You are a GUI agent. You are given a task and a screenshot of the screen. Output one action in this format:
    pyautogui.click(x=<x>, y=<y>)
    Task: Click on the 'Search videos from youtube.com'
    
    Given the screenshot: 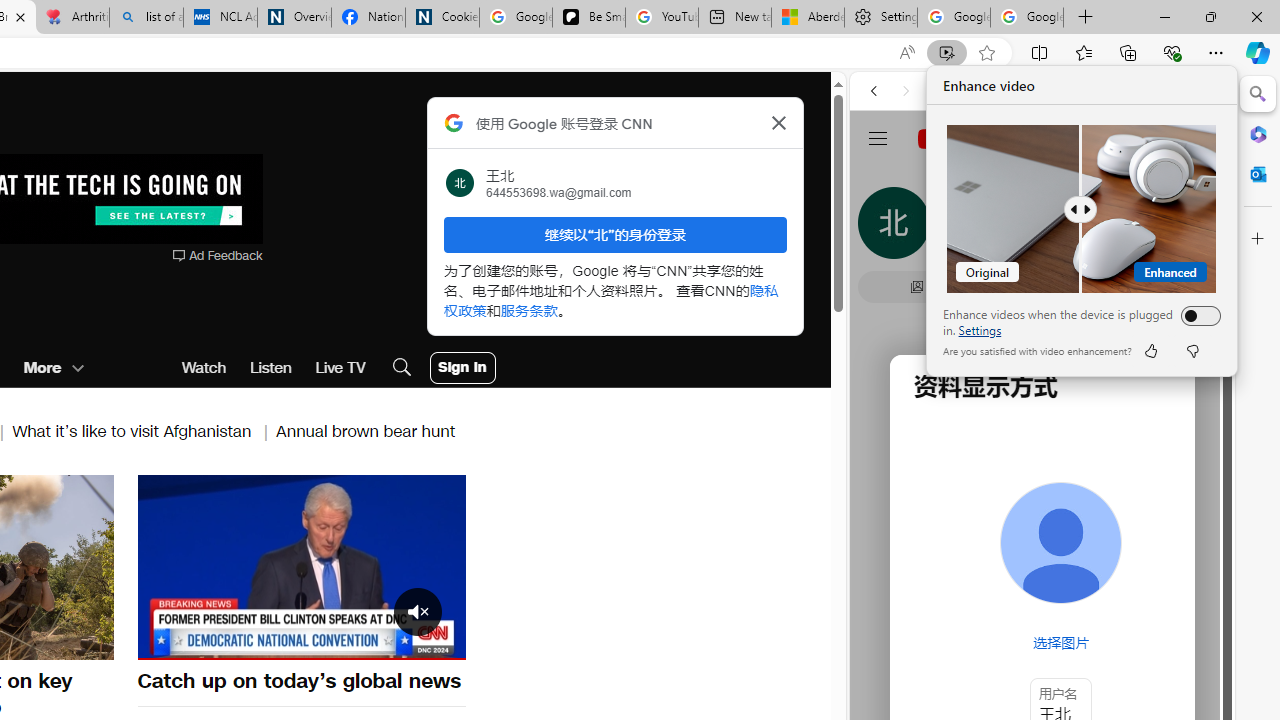 What is the action you would take?
    pyautogui.click(x=1006, y=658)
    